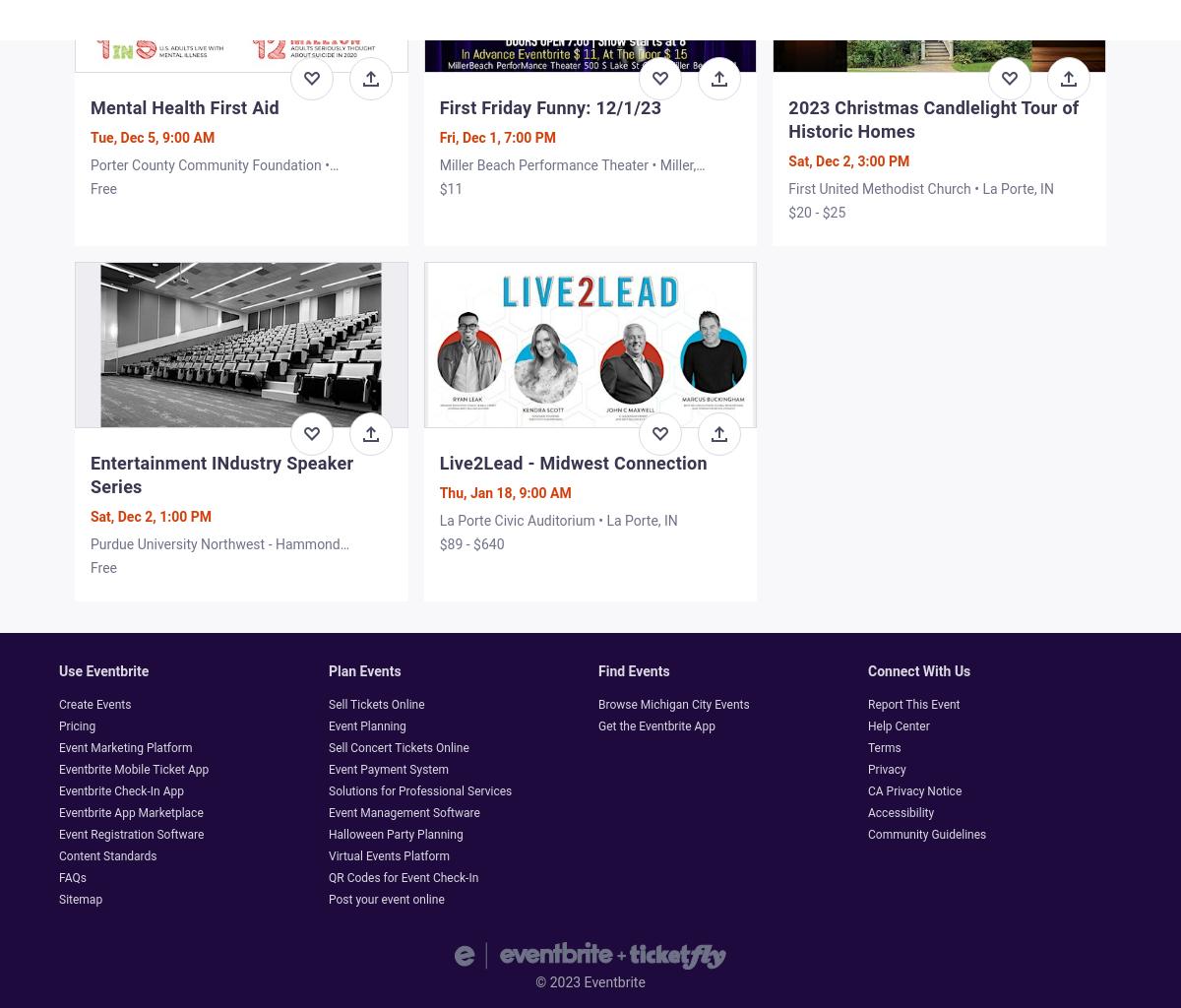 This screenshot has width=1181, height=1008. Describe the element at coordinates (504, 491) in the screenshot. I see `'Thu, Jan 18, 9:00 AM'` at that location.